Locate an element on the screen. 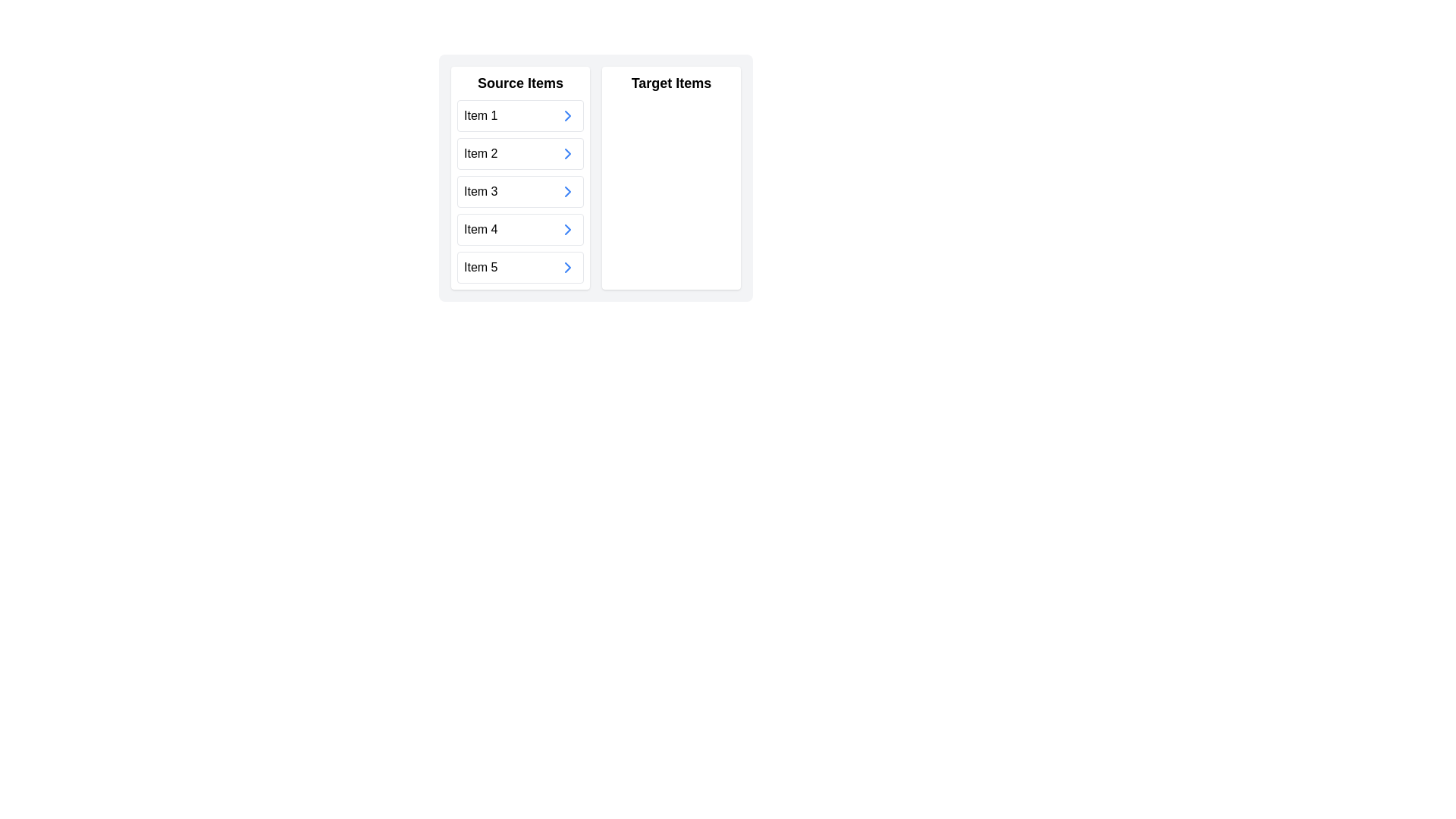 The image size is (1456, 819). the static text label displaying 'Item 1' in the 'Source Items' column, which is the first element in the vertical list is located at coordinates (480, 115).